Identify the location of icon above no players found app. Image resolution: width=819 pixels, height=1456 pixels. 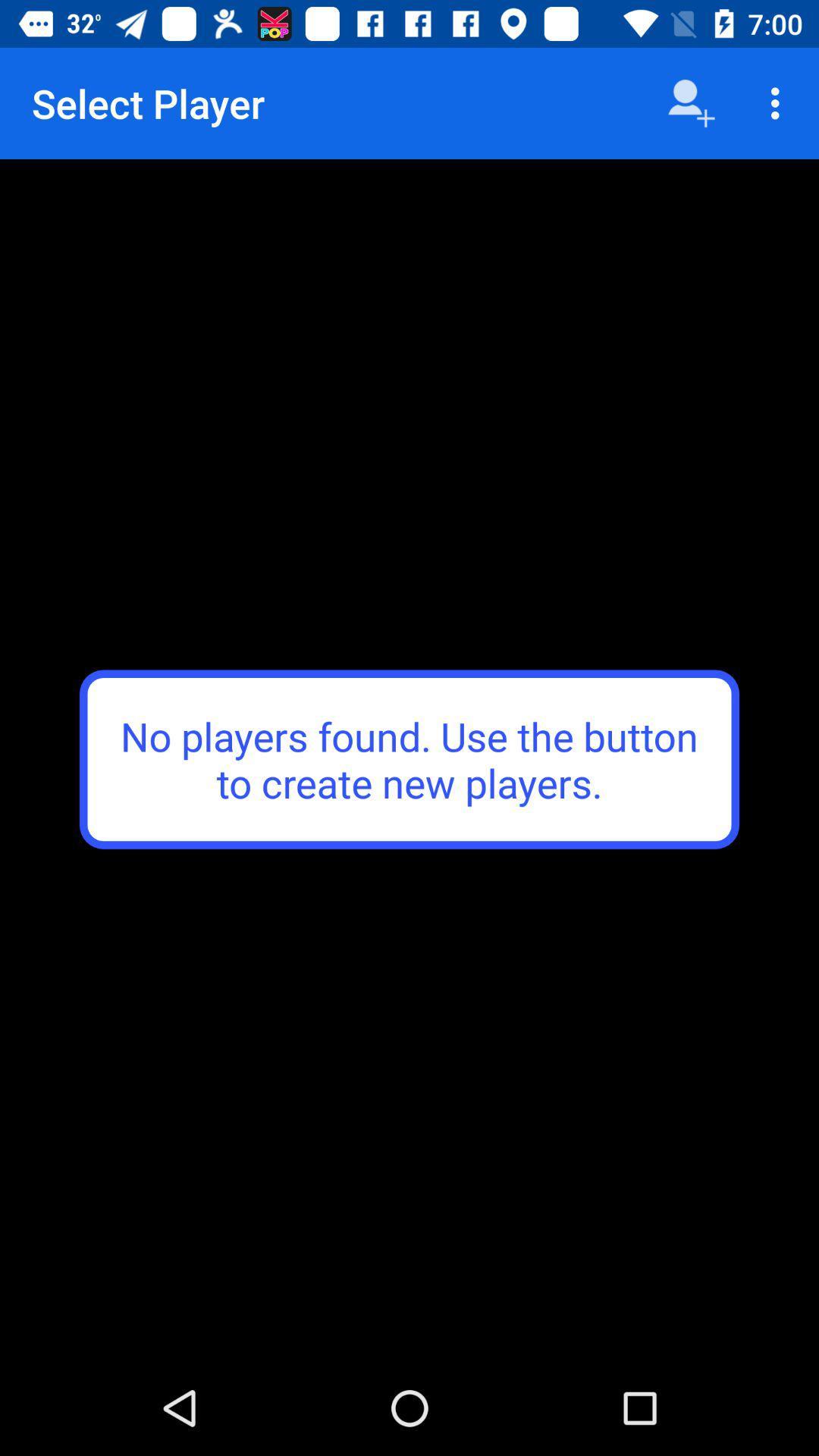
(779, 102).